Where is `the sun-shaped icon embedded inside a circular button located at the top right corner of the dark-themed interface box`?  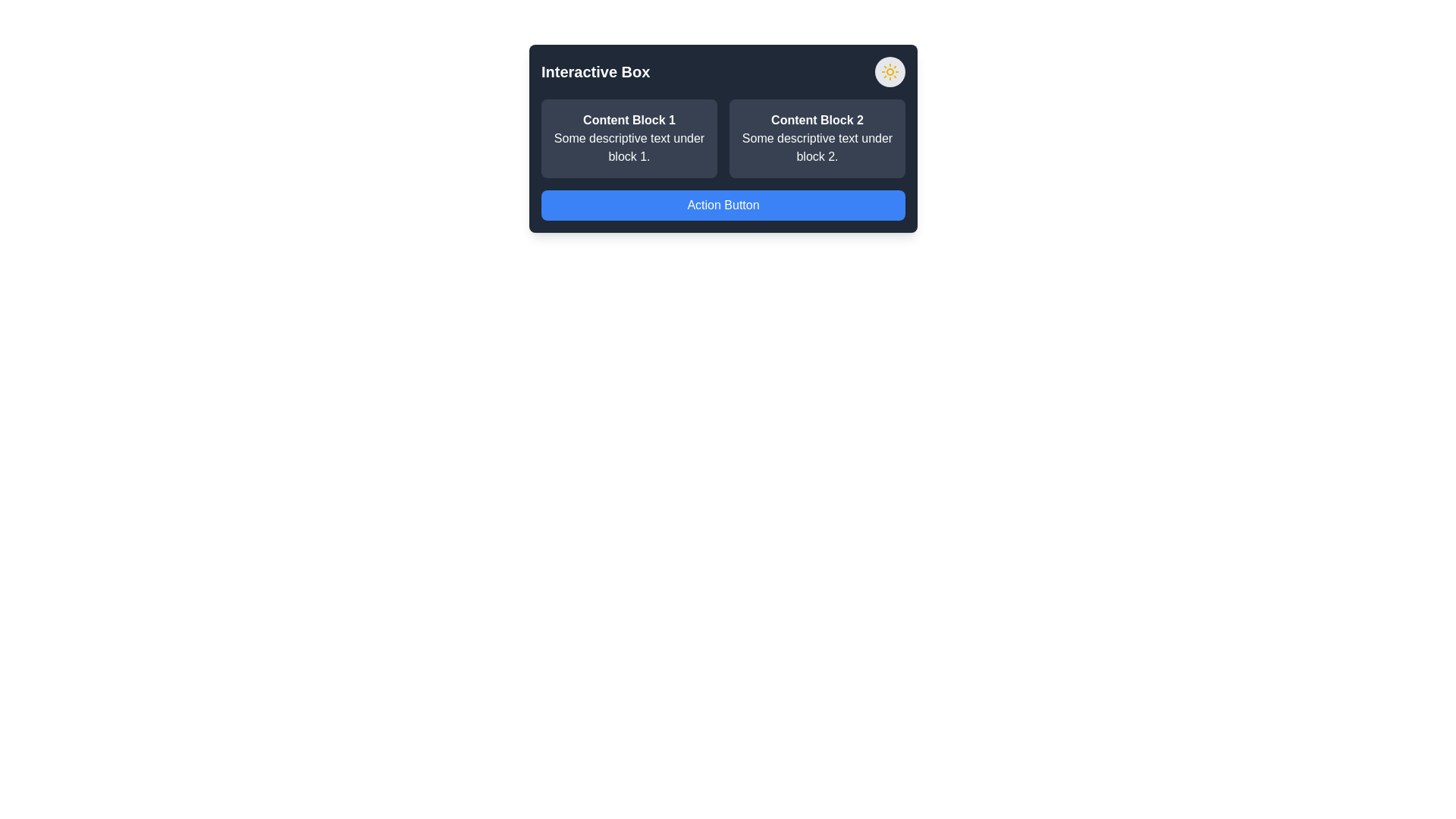 the sun-shaped icon embedded inside a circular button located at the top right corner of the dark-themed interface box is located at coordinates (890, 72).